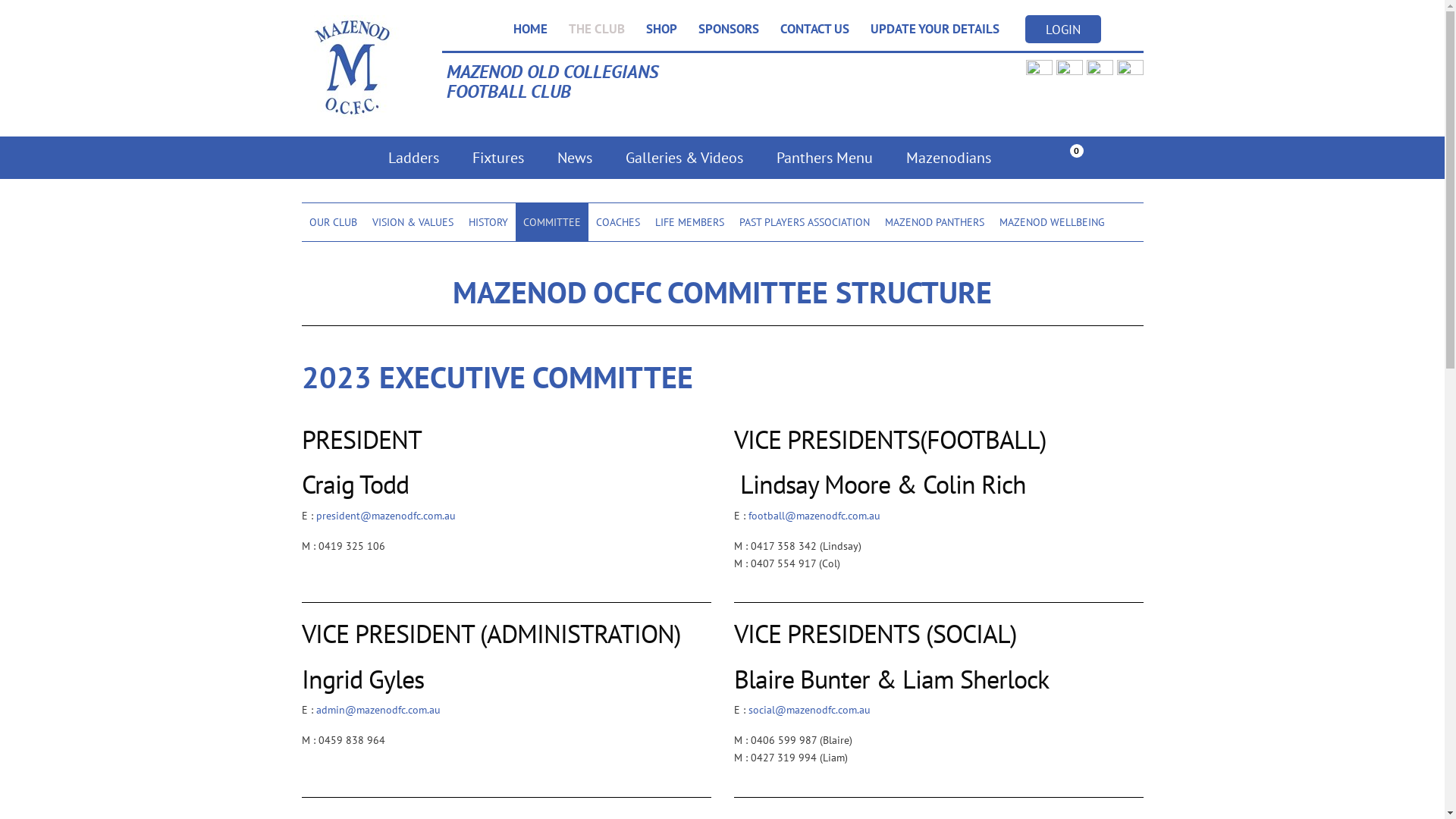  Describe the element at coordinates (1025, 29) in the screenshot. I see `'LOGIN'` at that location.